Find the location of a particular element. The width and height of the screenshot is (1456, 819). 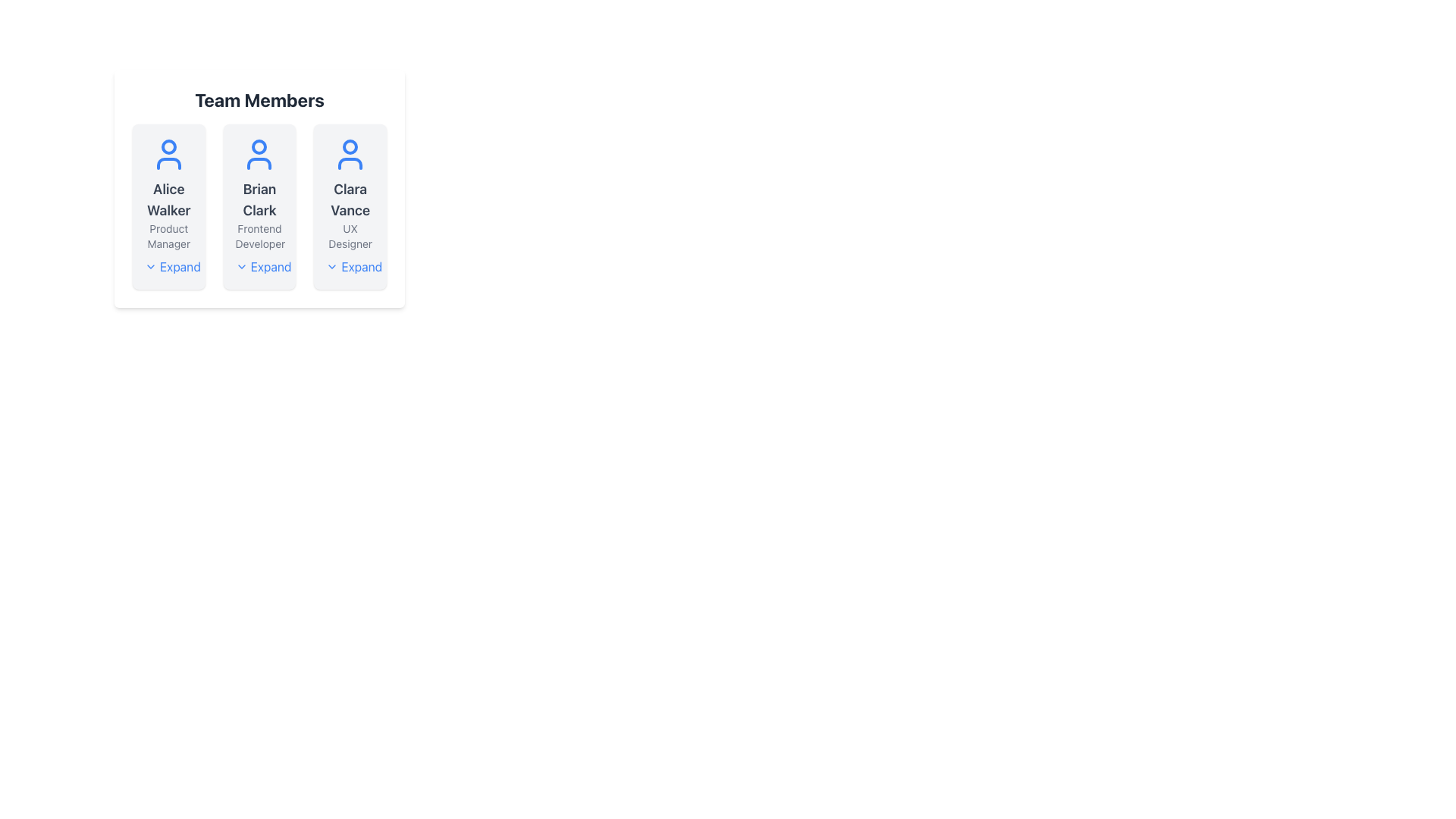

Text Label that describes the job title or role of 'Clara Vance', located directly below her name and above the 'Expand' link in the rightmost card of the three-column grid is located at coordinates (350, 237).